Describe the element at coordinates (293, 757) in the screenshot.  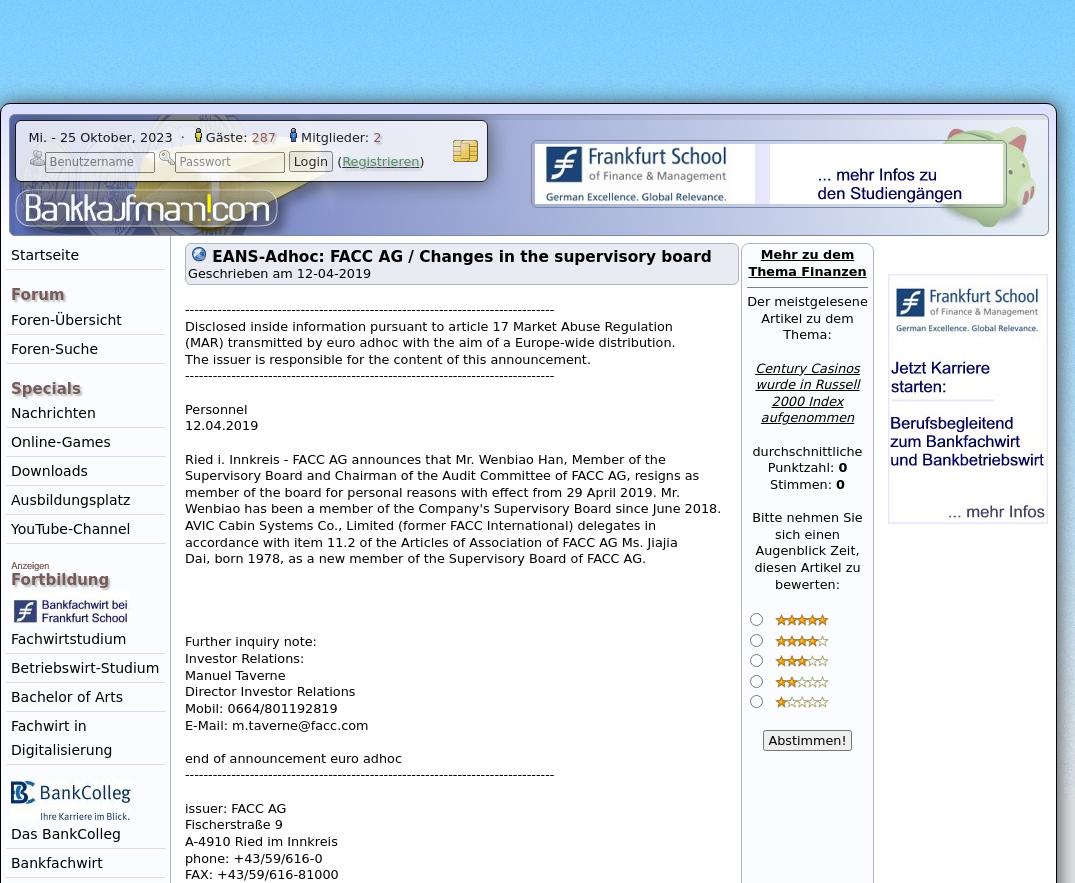
I see `'end of announcement                         euro adhoc'` at that location.